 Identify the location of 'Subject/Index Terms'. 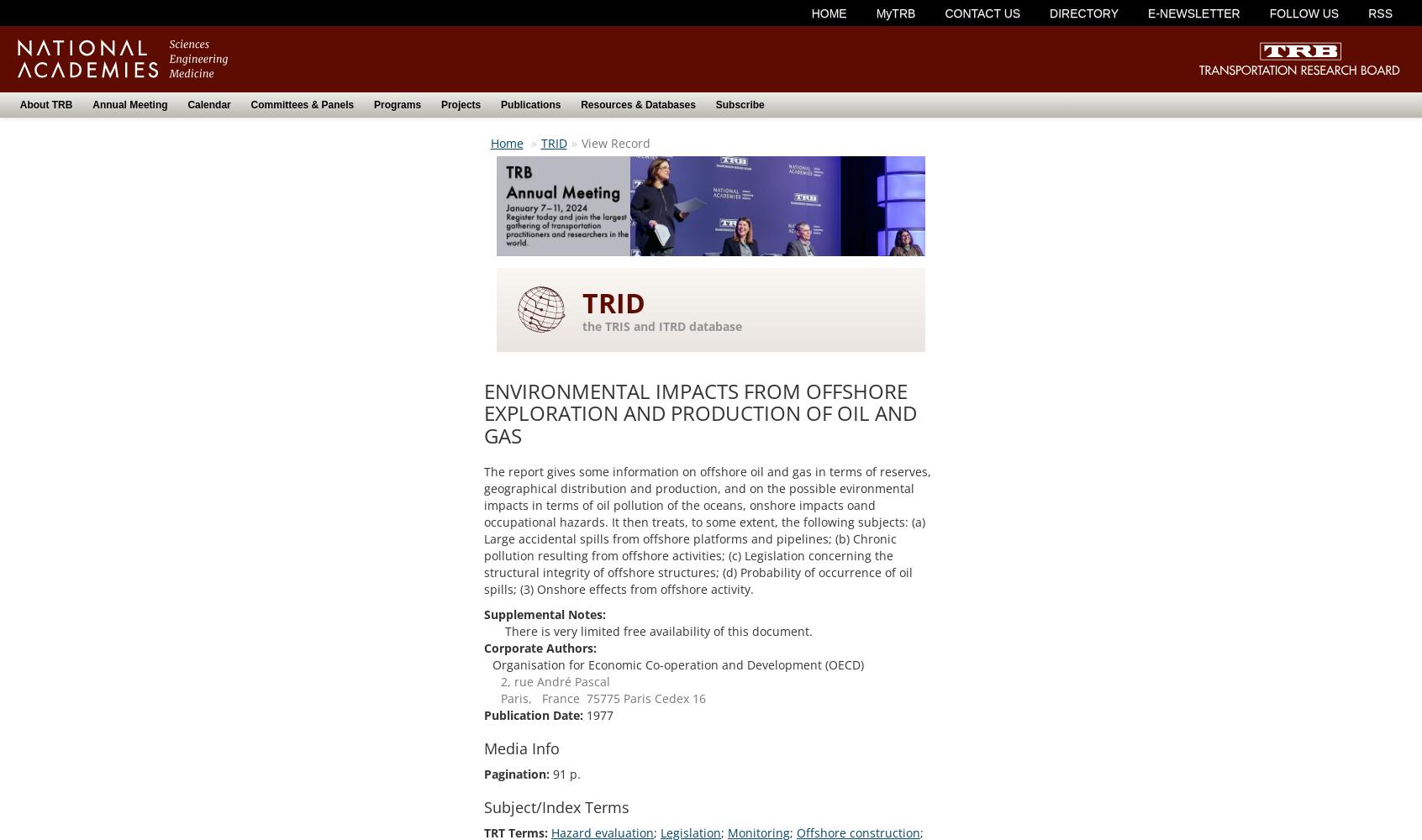
(482, 806).